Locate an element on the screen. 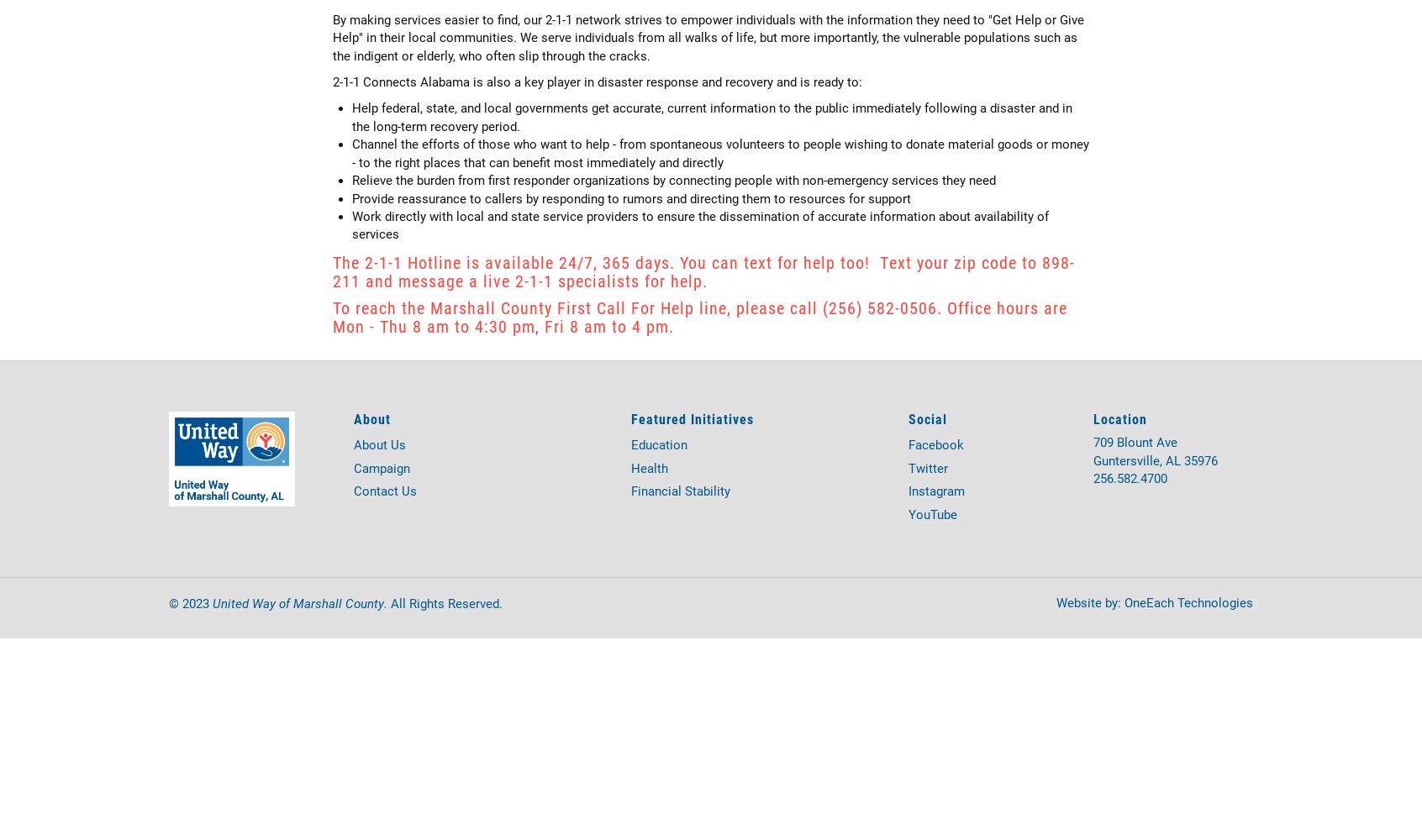 This screenshot has height=840, width=1422. 'By making services easier to find, our 2-1-1 network strives to empower individuals with the information they need to "Get Help or Give Help" in their local communities. We serve individuals from all walks of life, but more importantly, the vulnerable populations such as the indigent or elderly, who often slip through the cracks.' is located at coordinates (332, 37).